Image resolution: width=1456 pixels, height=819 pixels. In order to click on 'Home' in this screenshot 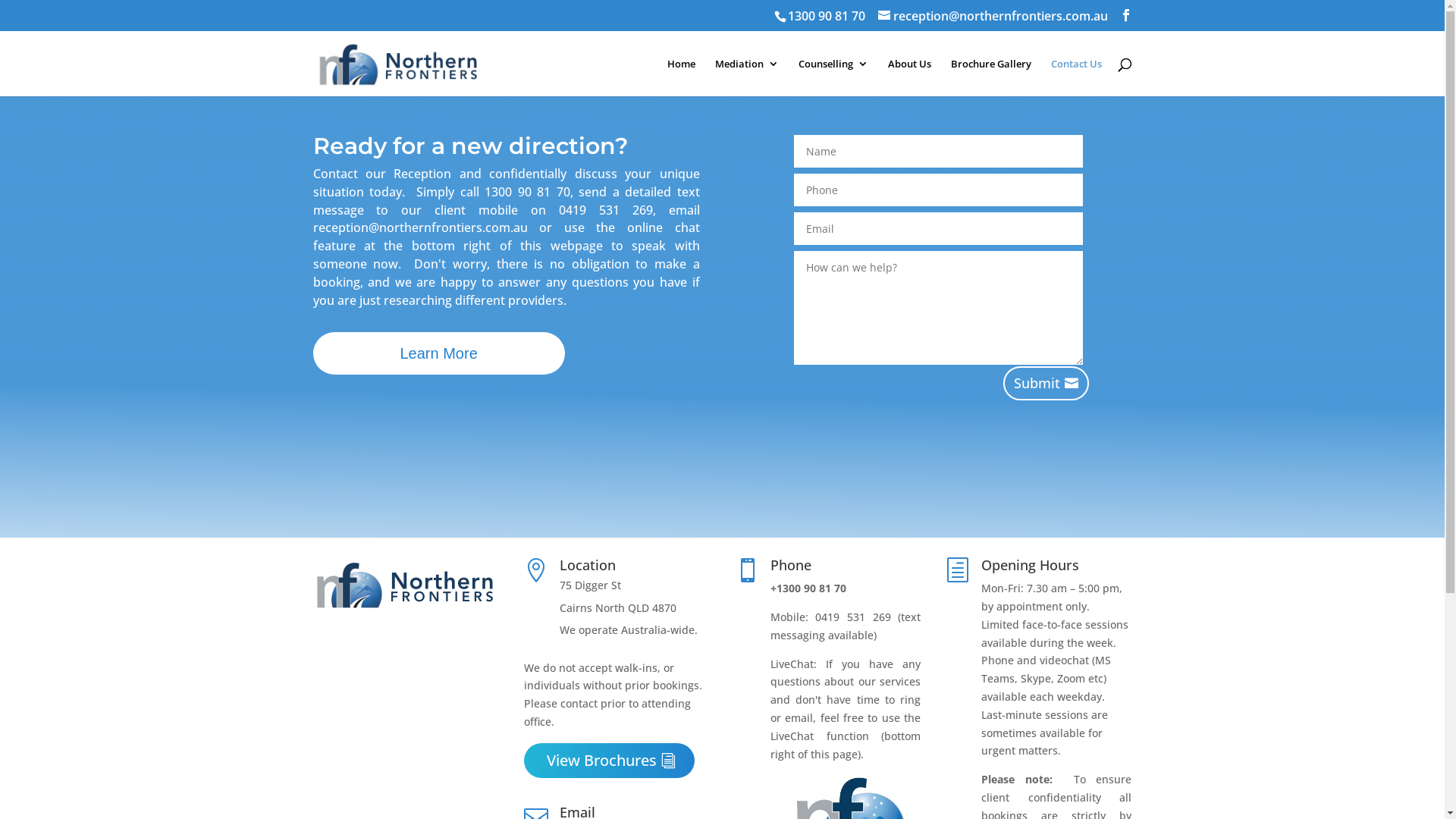, I will do `click(680, 77)`.